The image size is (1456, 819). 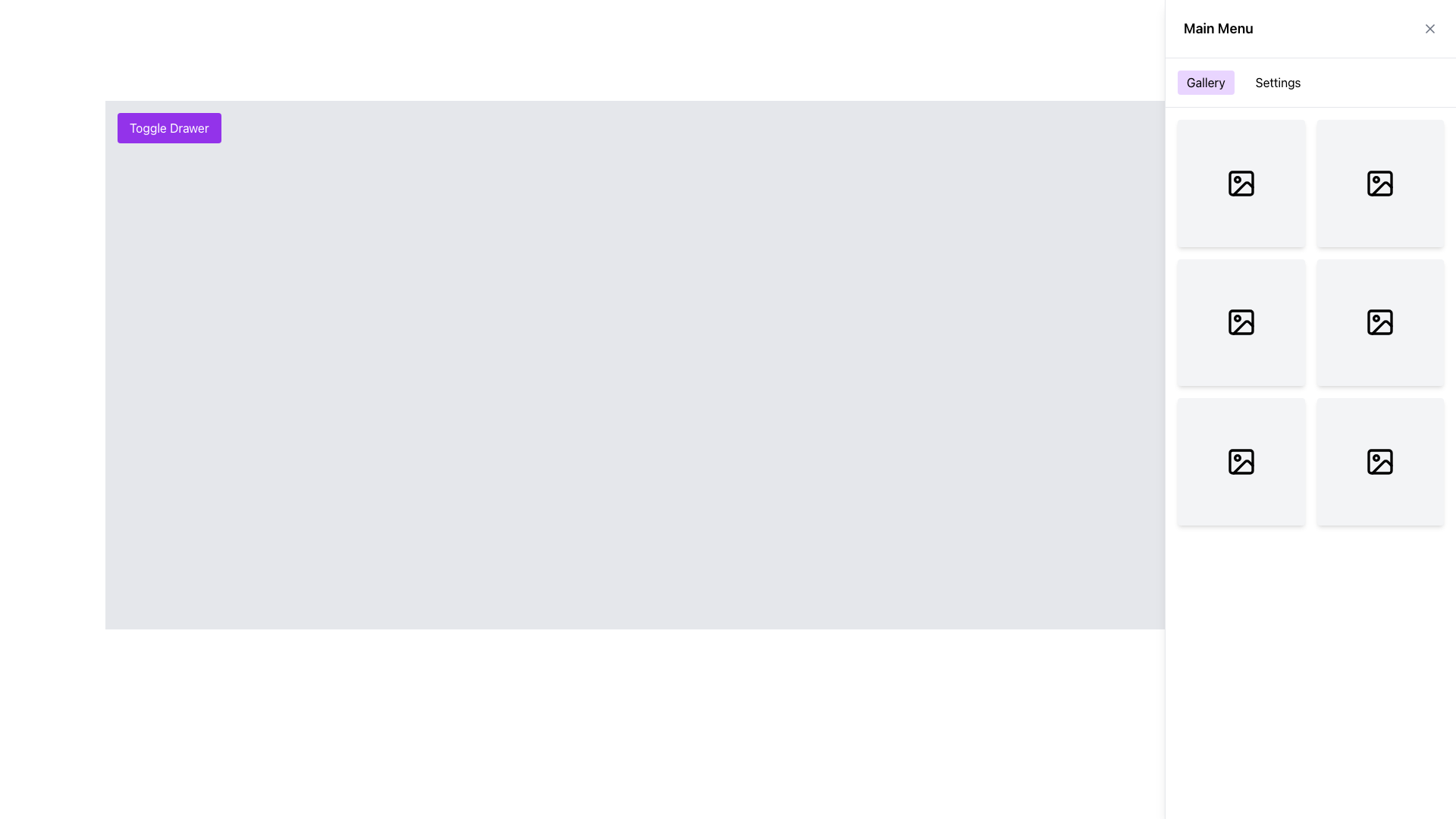 What do you see at coordinates (169, 127) in the screenshot?
I see `the top-left button` at bounding box center [169, 127].